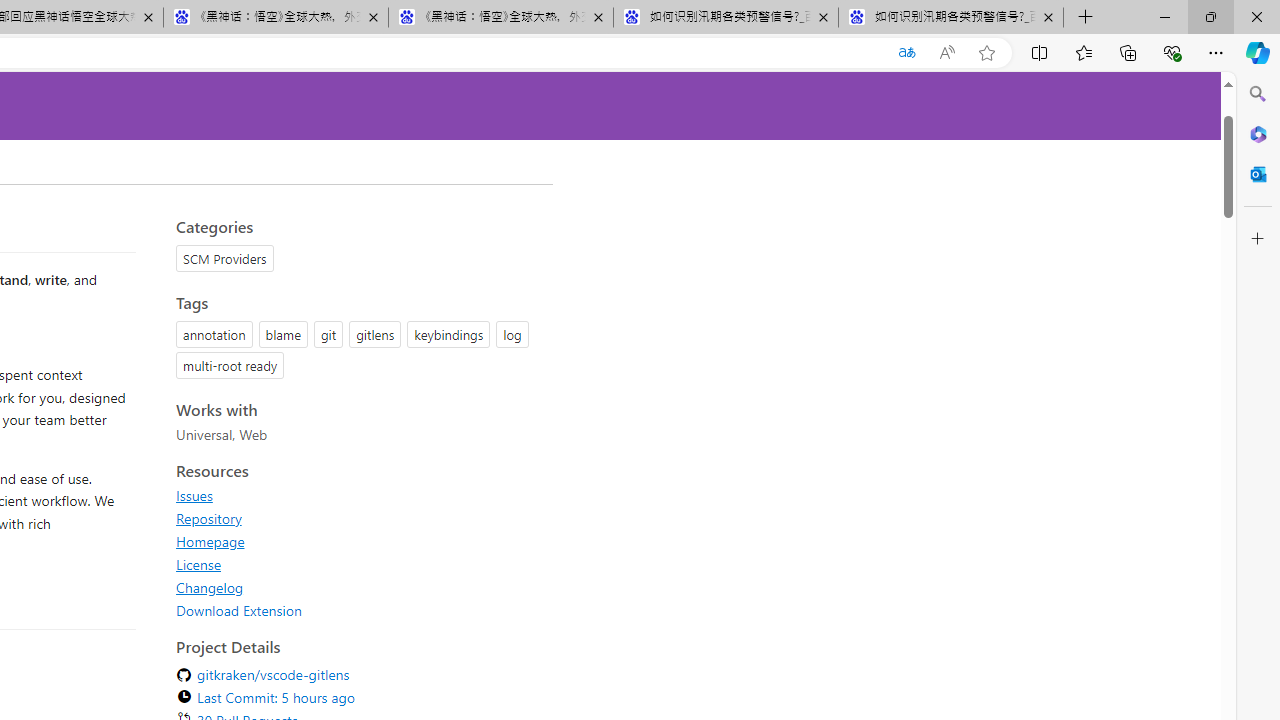  I want to click on 'Issues', so click(194, 495).